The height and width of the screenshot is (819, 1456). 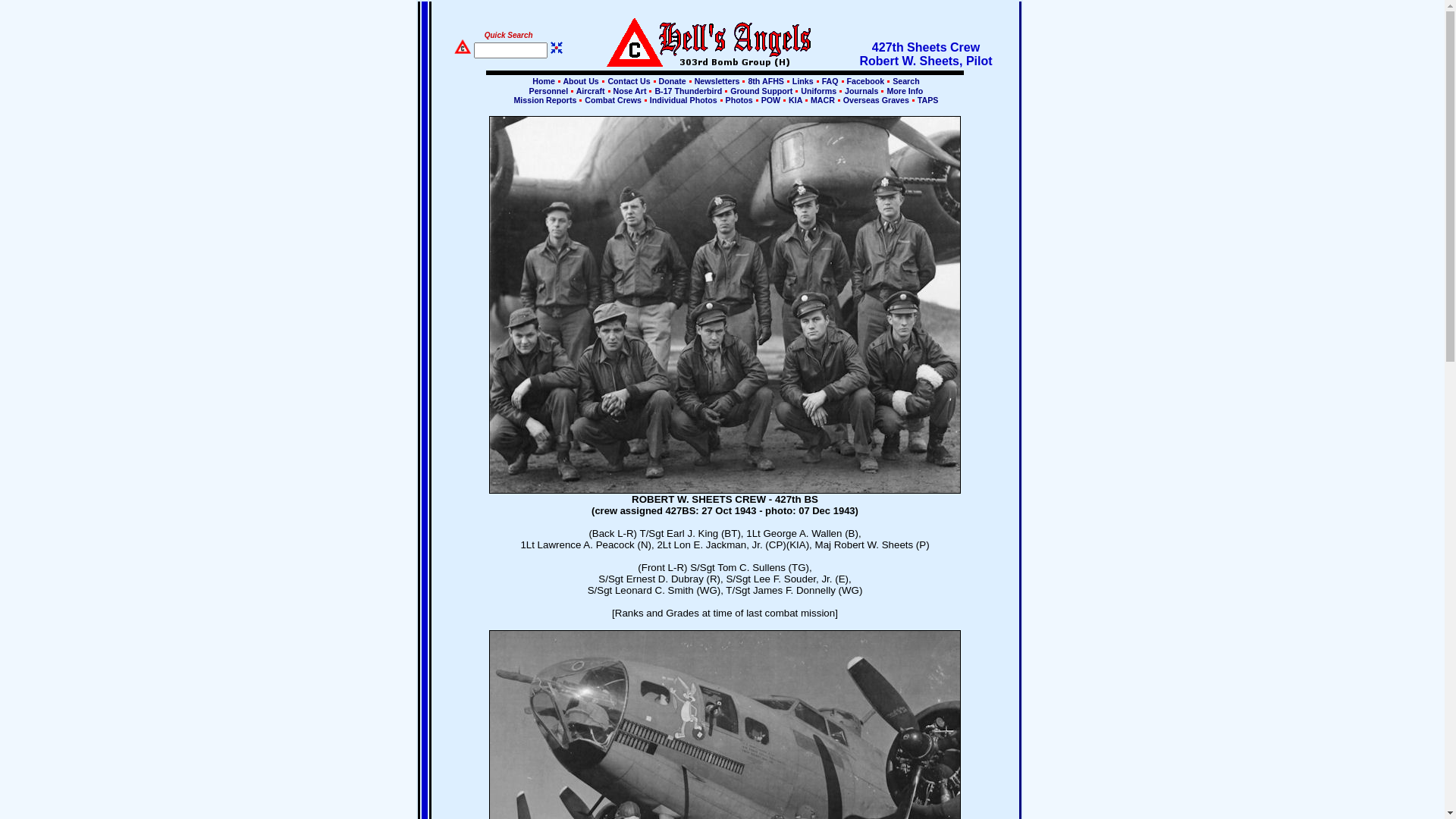 I want to click on 'Individual Photos', so click(x=682, y=99).